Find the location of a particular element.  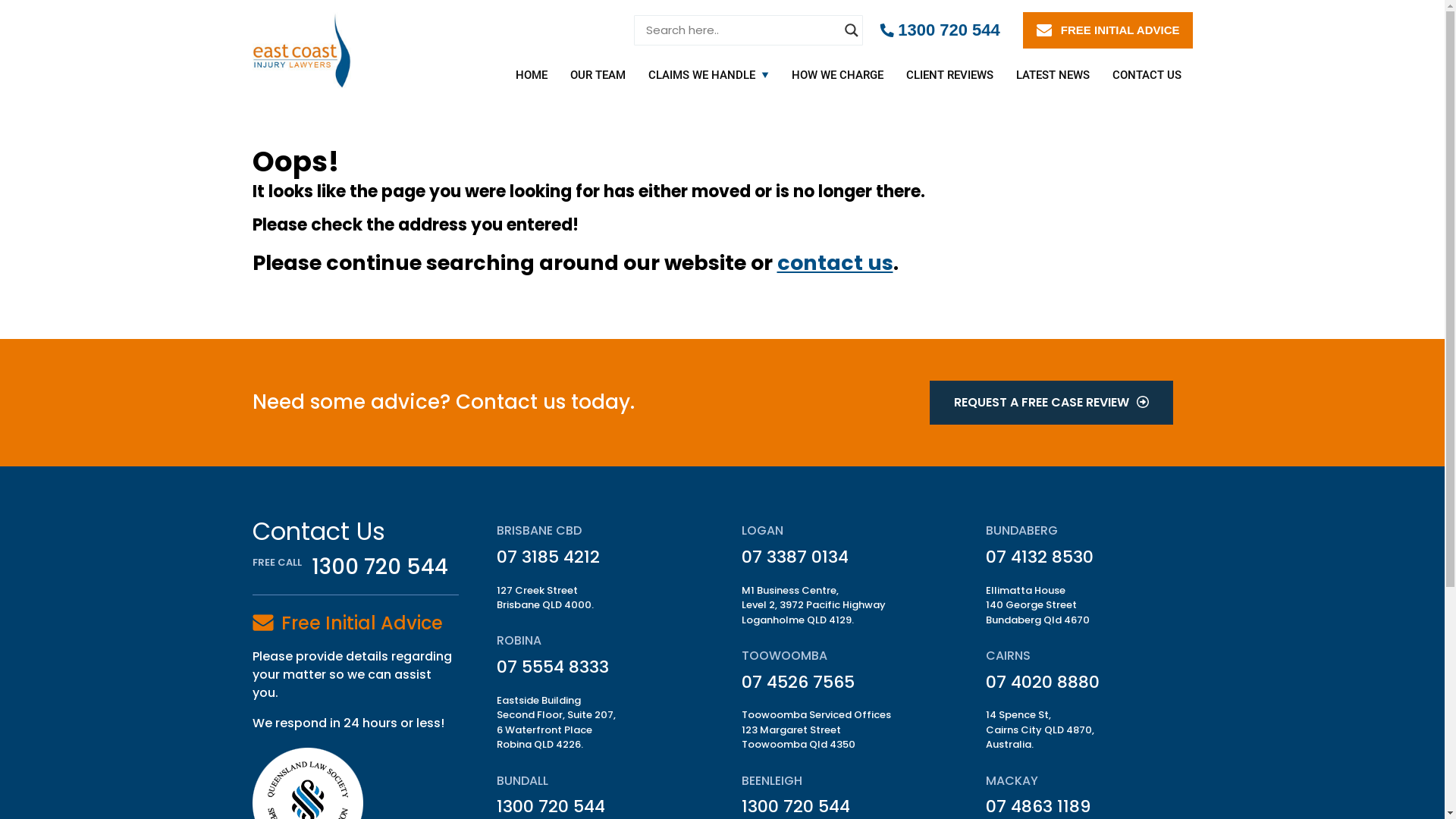

'HOME' is located at coordinates (531, 75).